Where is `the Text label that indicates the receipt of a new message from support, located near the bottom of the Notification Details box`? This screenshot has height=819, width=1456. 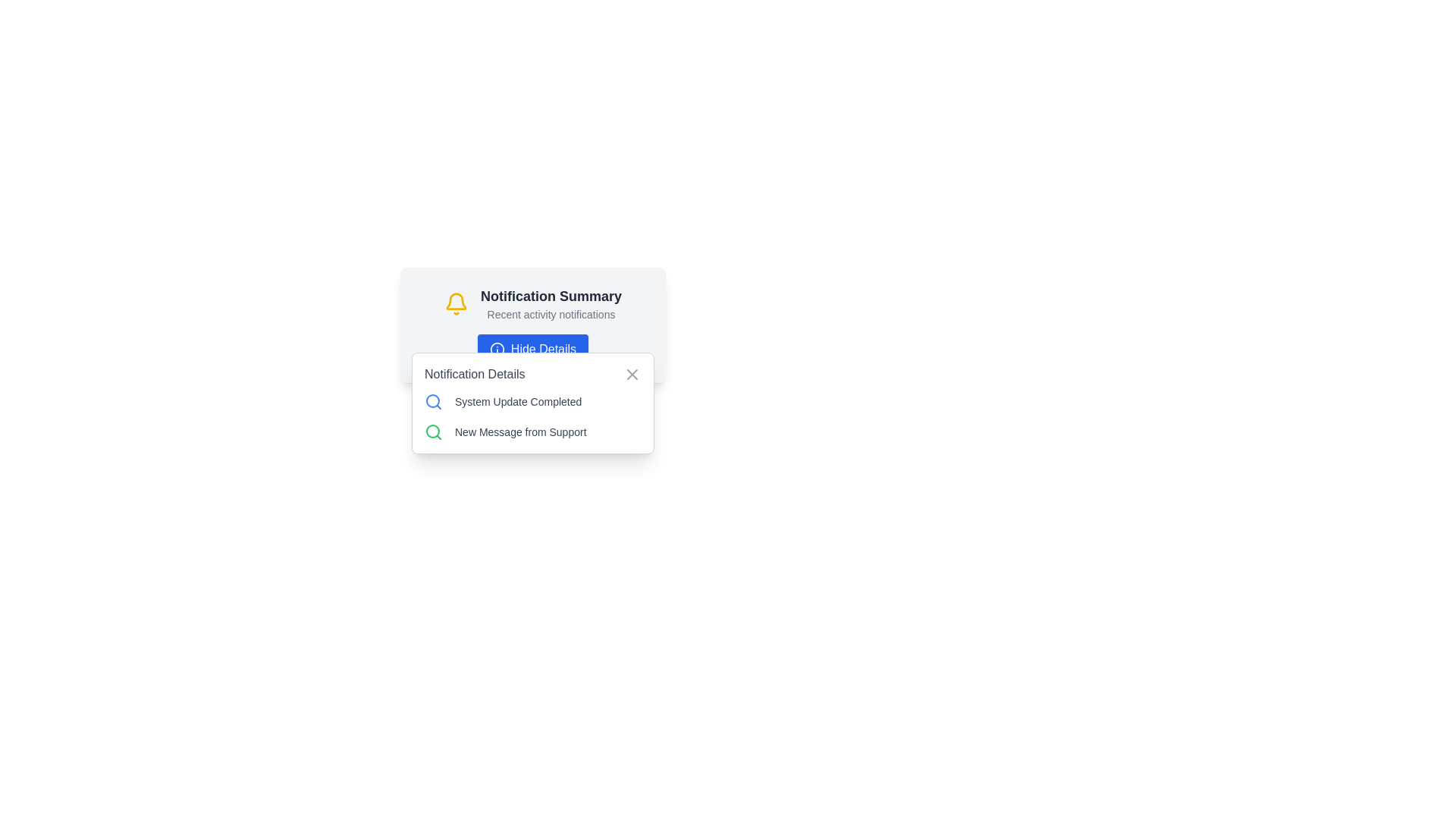 the Text label that indicates the receipt of a new message from support, located near the bottom of the Notification Details box is located at coordinates (520, 432).